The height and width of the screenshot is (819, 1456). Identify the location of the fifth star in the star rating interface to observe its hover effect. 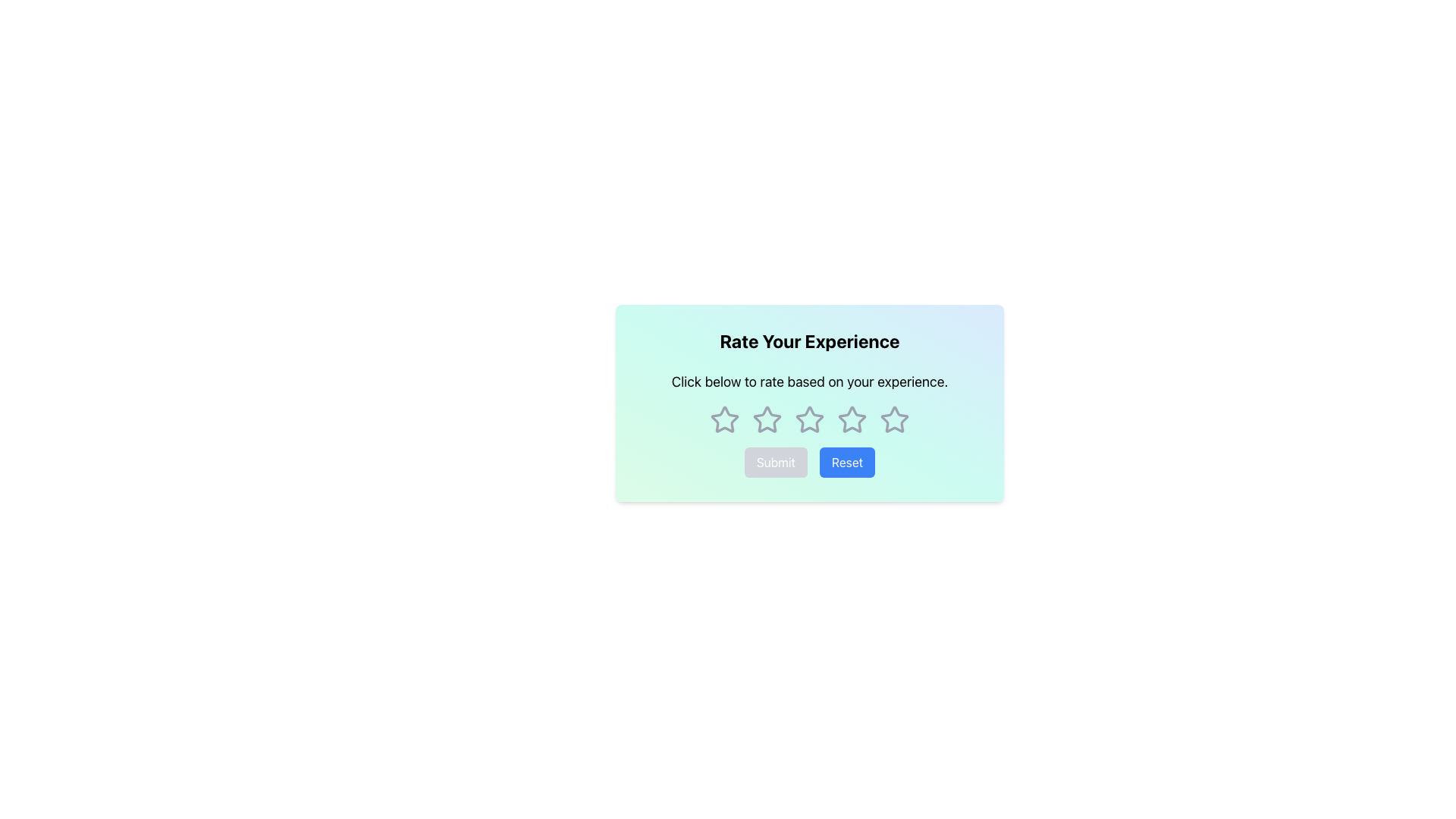
(852, 420).